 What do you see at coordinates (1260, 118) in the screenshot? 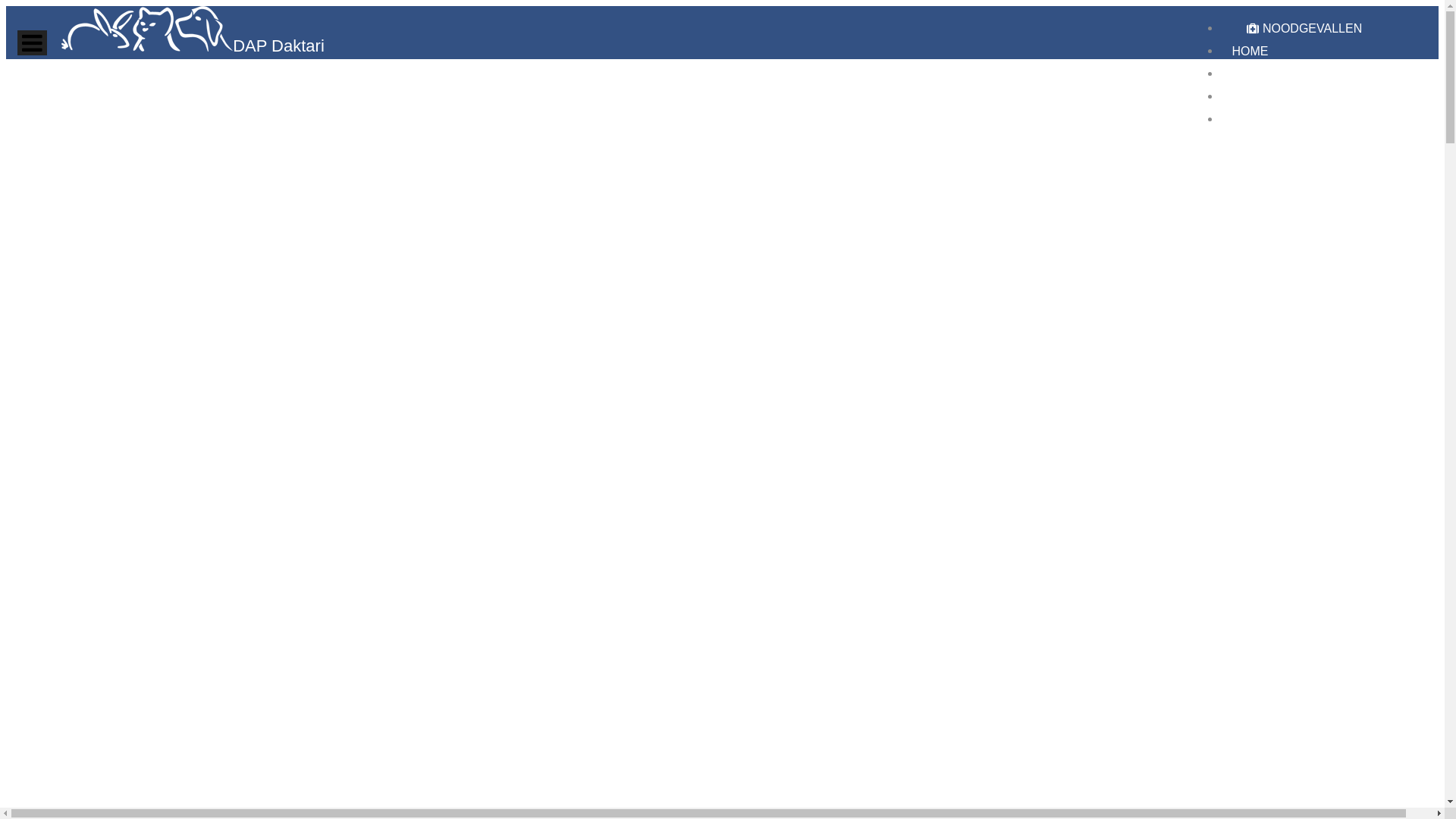
I see `'CONTACT'` at bounding box center [1260, 118].